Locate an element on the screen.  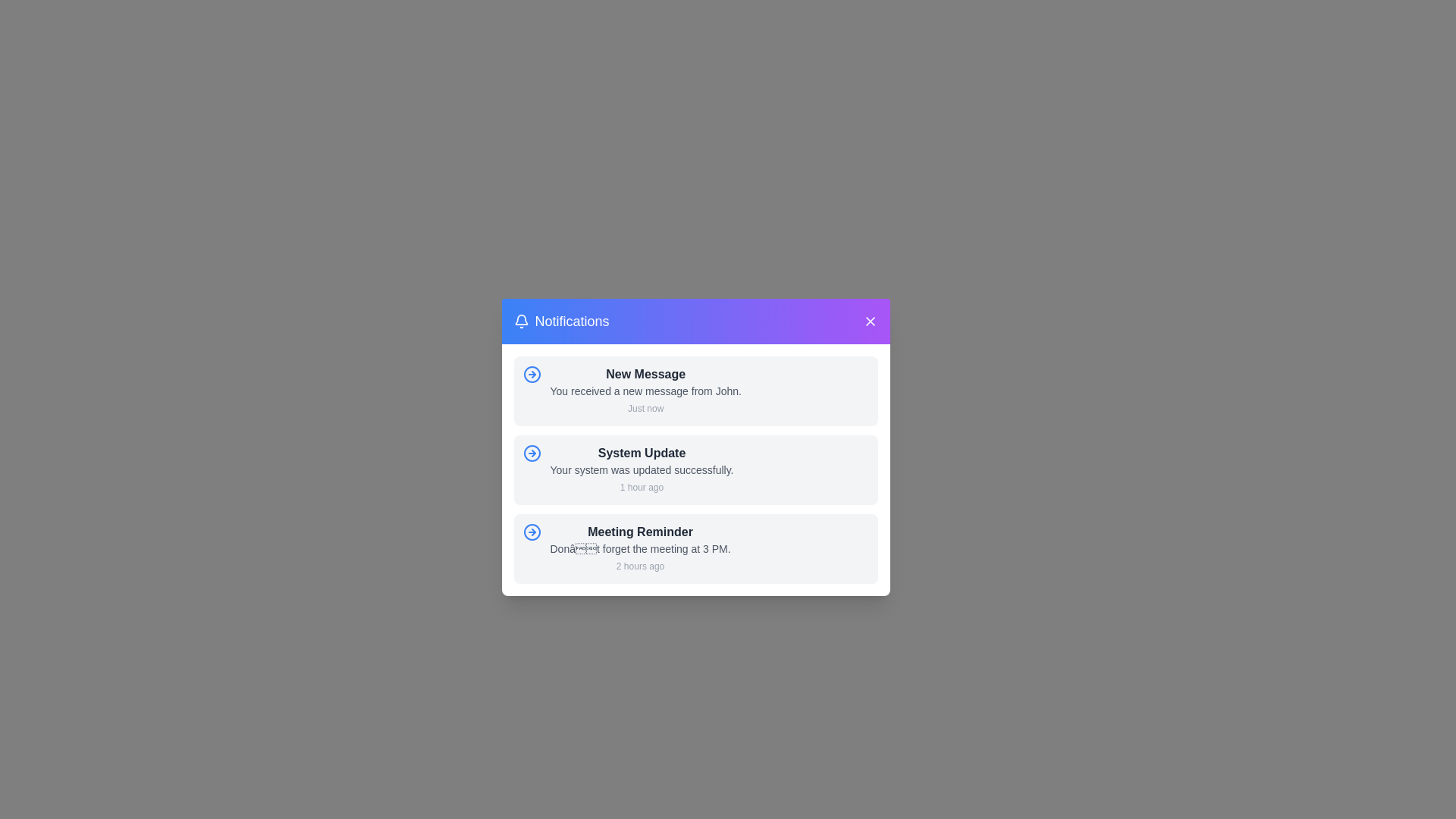
the close button icon (SVG Close Icon) located is located at coordinates (870, 321).